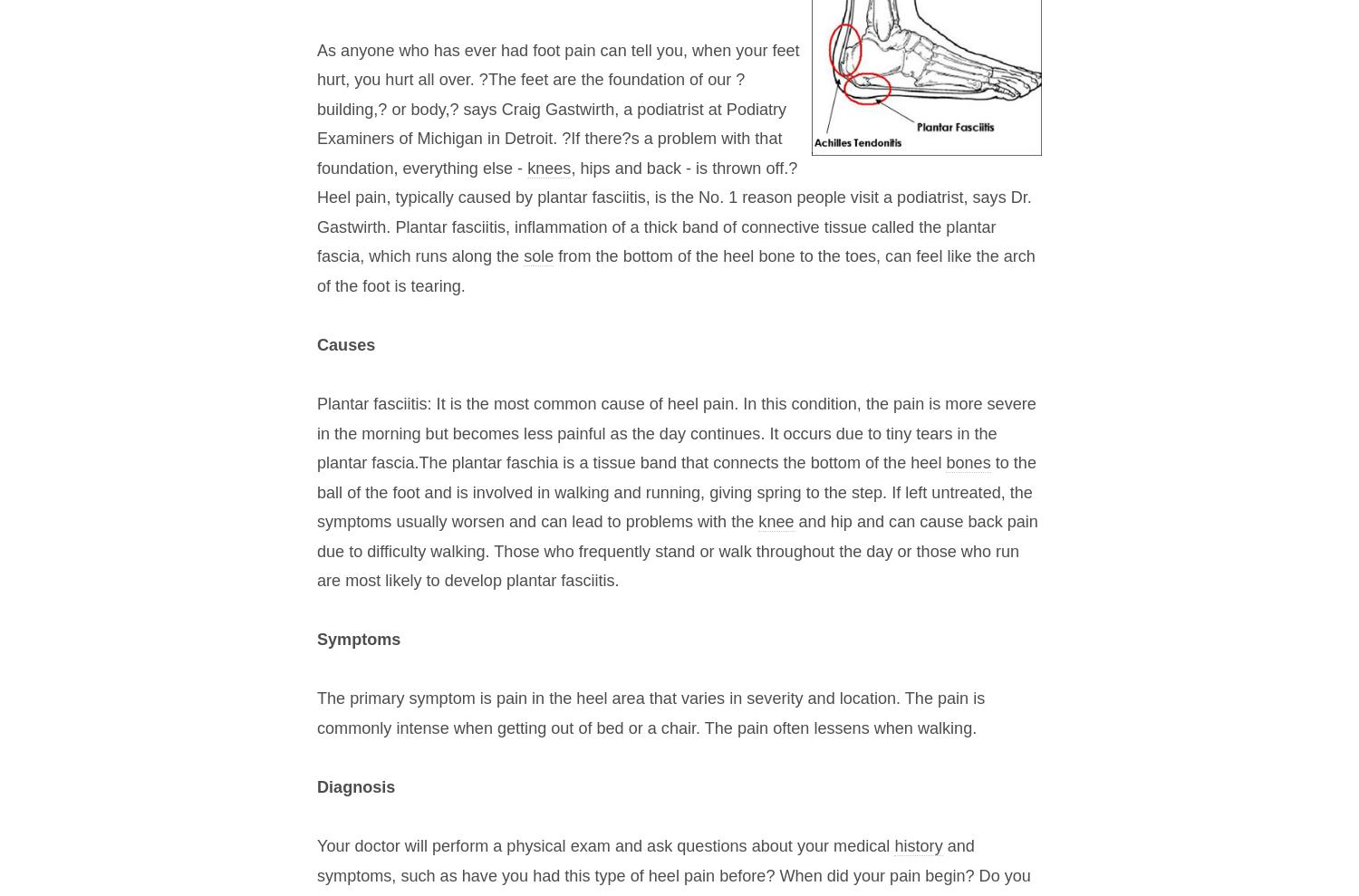  Describe the element at coordinates (650, 712) in the screenshot. I see `'The primary symptom is pain in the heel area that varies in severity and location. The pain is commonly intense when getting out of bed or a chair. The pain often lessens when walking.'` at that location.